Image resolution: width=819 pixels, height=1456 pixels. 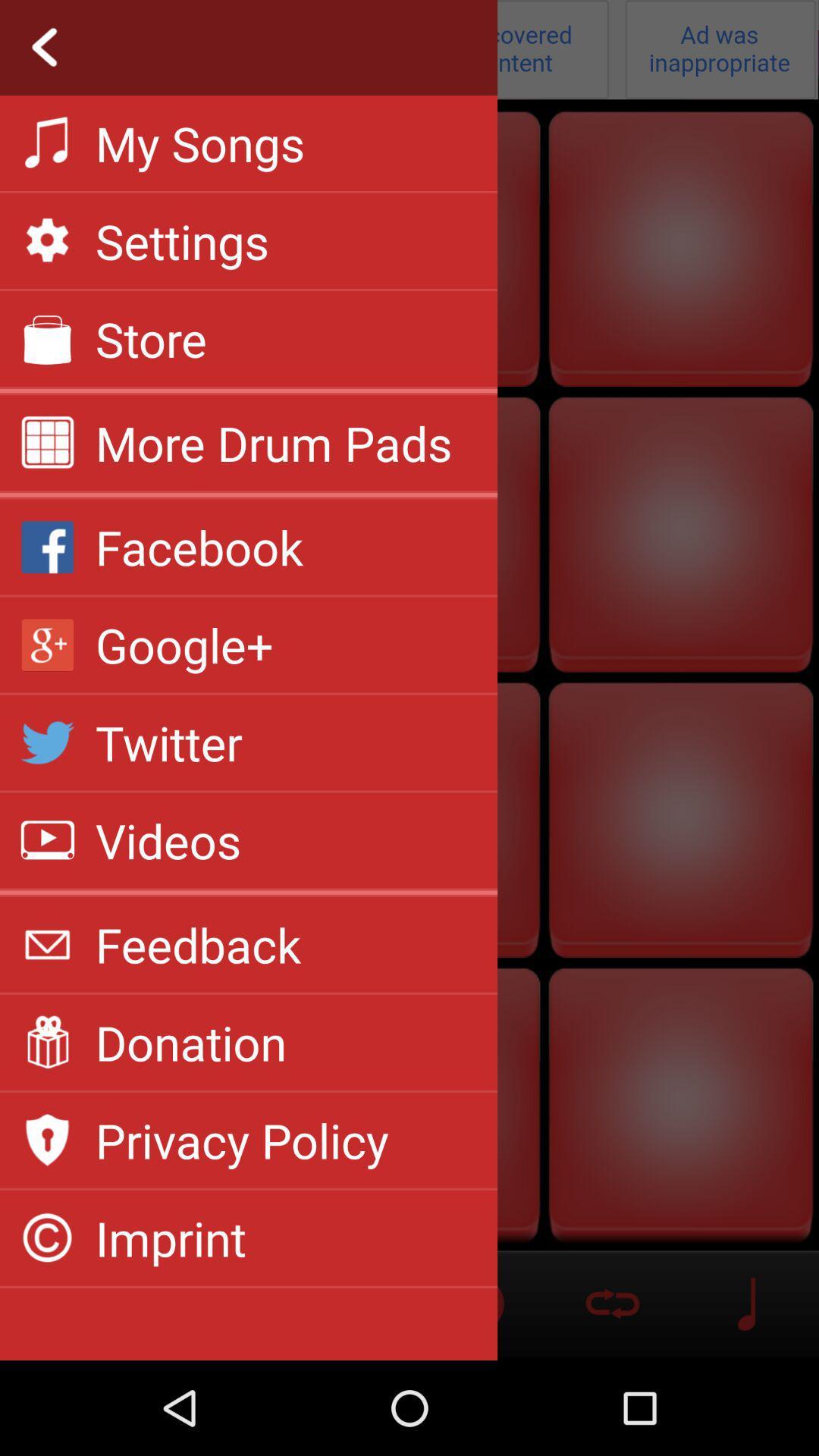 I want to click on return back, so click(x=409, y=49).